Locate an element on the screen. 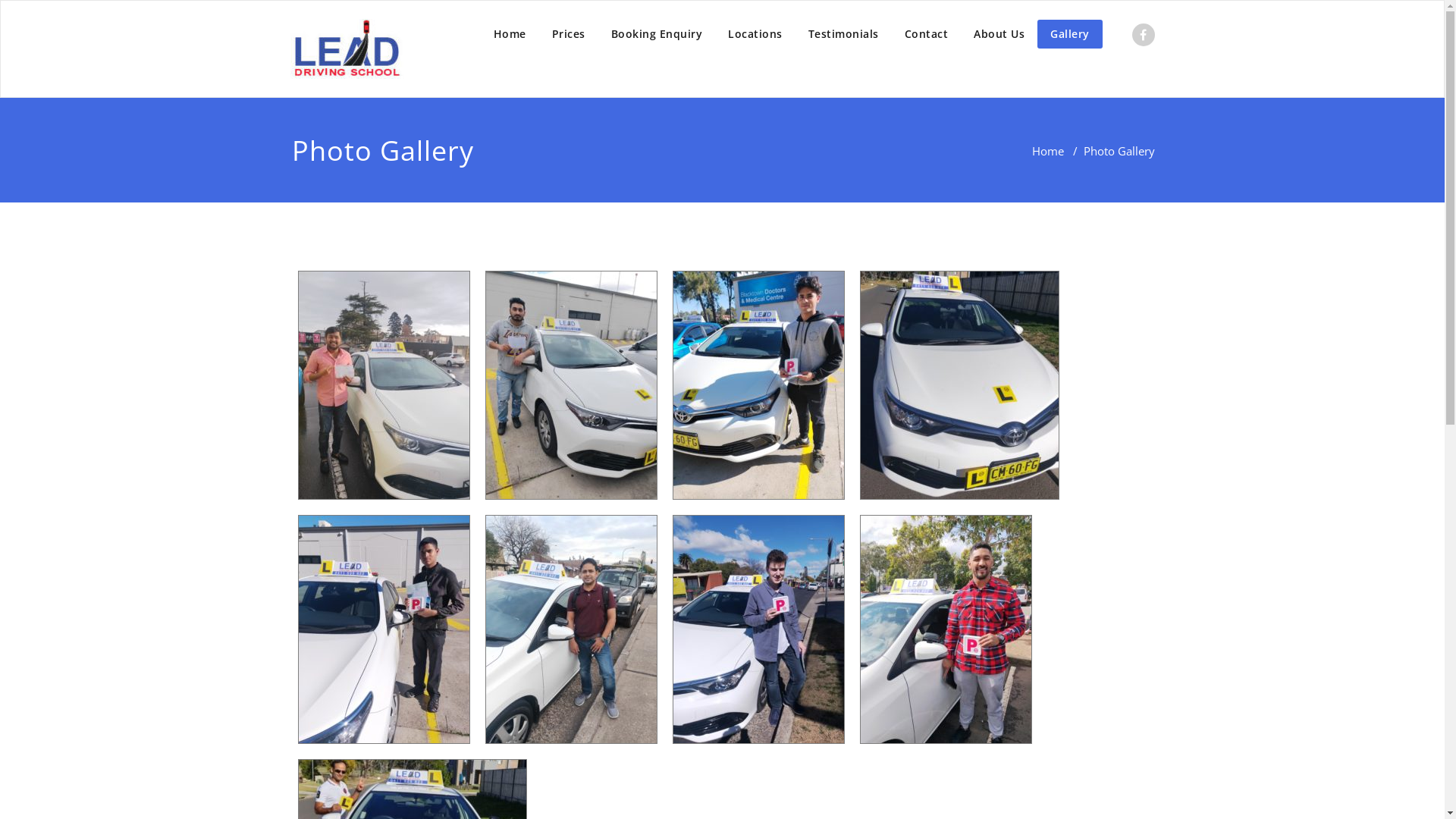  'Gallery' is located at coordinates (1069, 34).